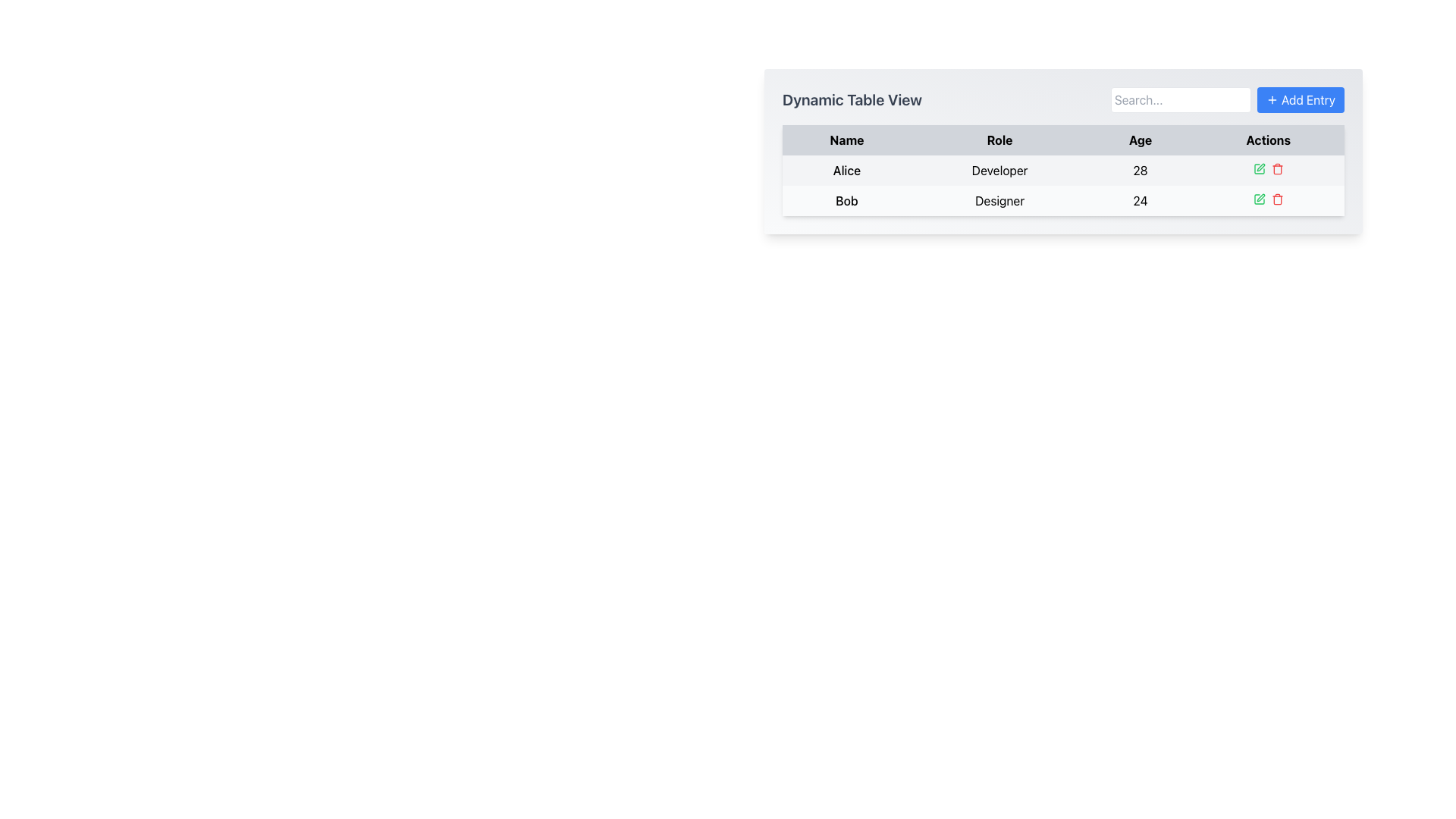  I want to click on the text element displaying 'Bob' located in the 'Name' column of the table, second from the top, adjacent to 'Designer' and '24', so click(846, 200).